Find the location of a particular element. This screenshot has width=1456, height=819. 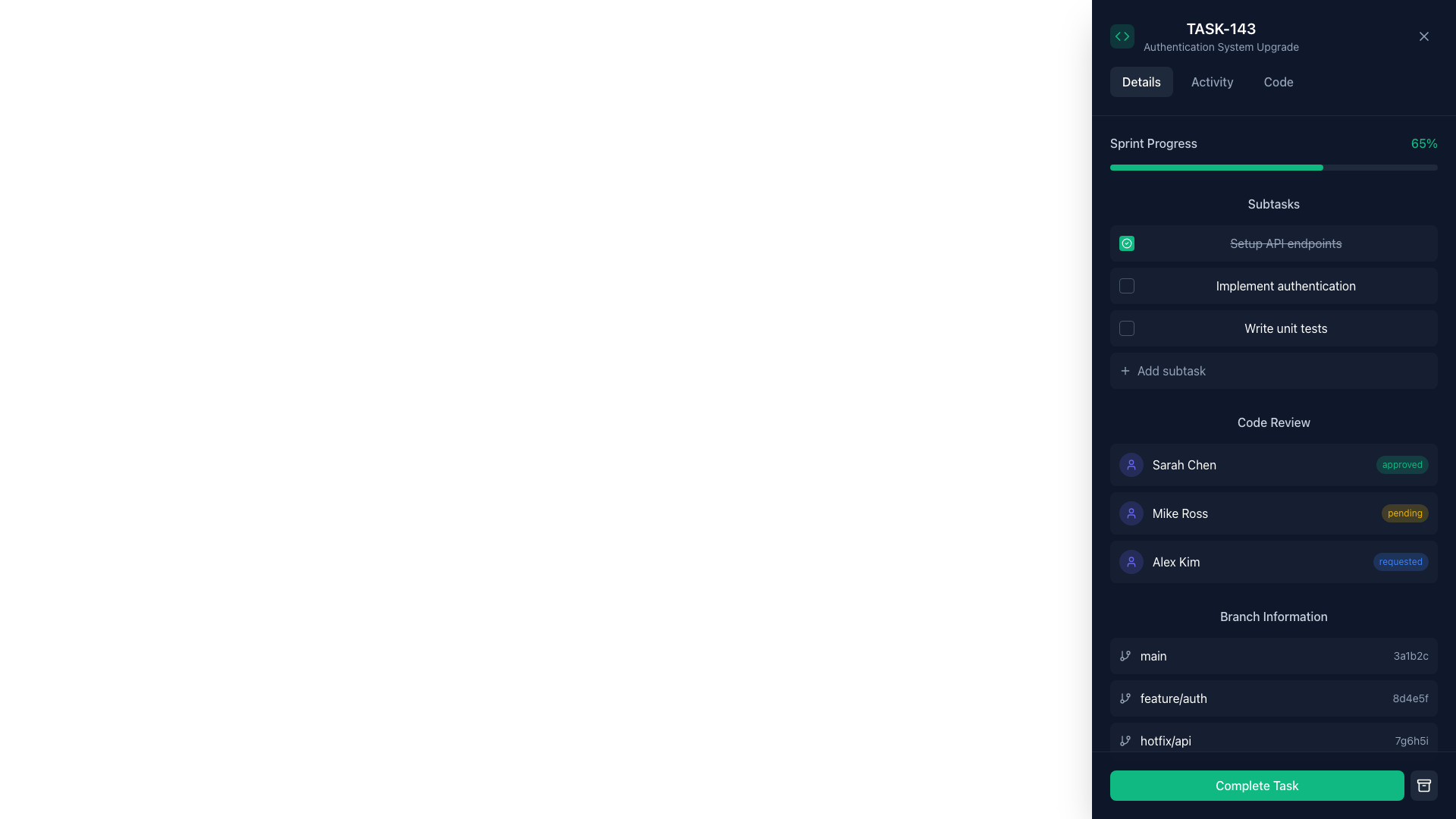

progress value is located at coordinates (1289, 167).